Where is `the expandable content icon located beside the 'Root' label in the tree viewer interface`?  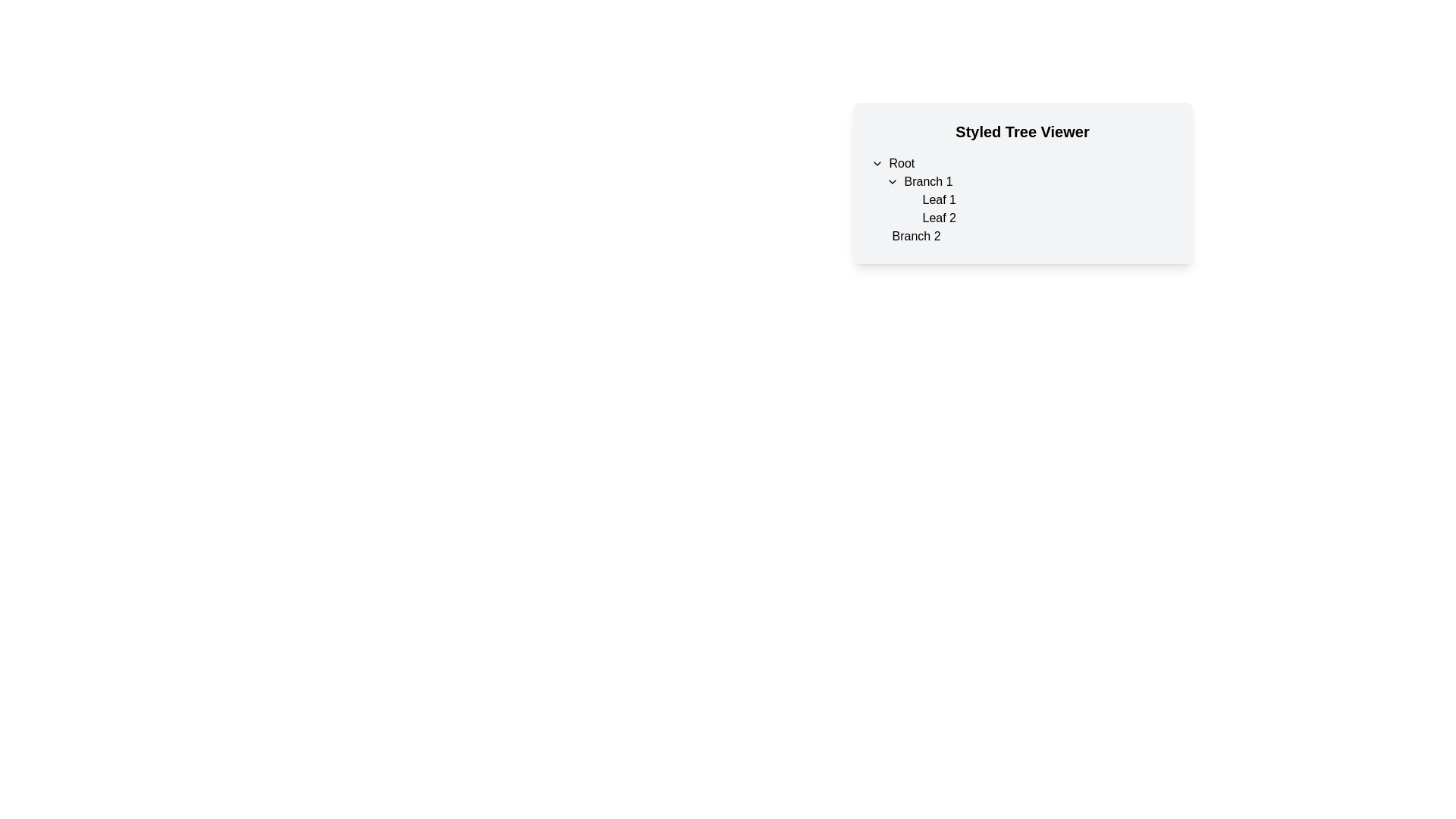
the expandable content icon located beside the 'Root' label in the tree viewer interface is located at coordinates (877, 164).